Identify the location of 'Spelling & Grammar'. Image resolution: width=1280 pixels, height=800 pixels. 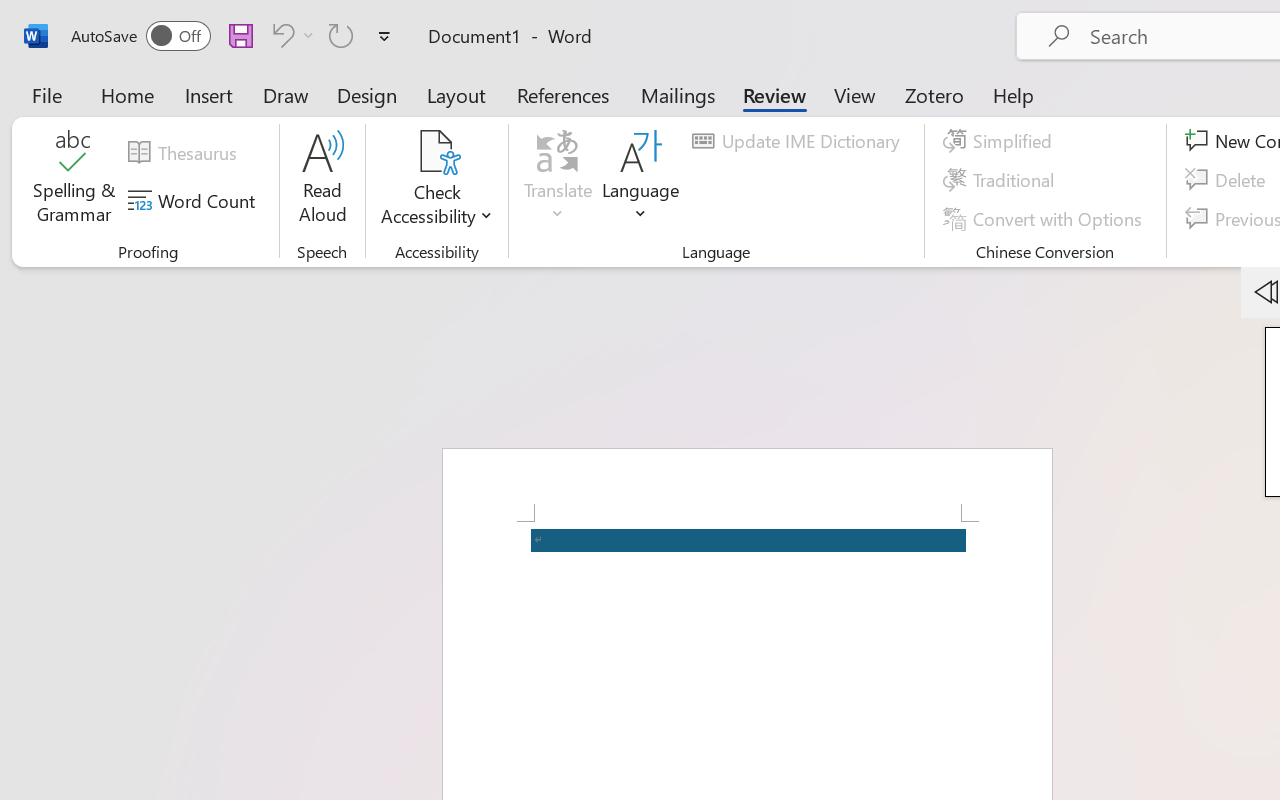
(74, 179).